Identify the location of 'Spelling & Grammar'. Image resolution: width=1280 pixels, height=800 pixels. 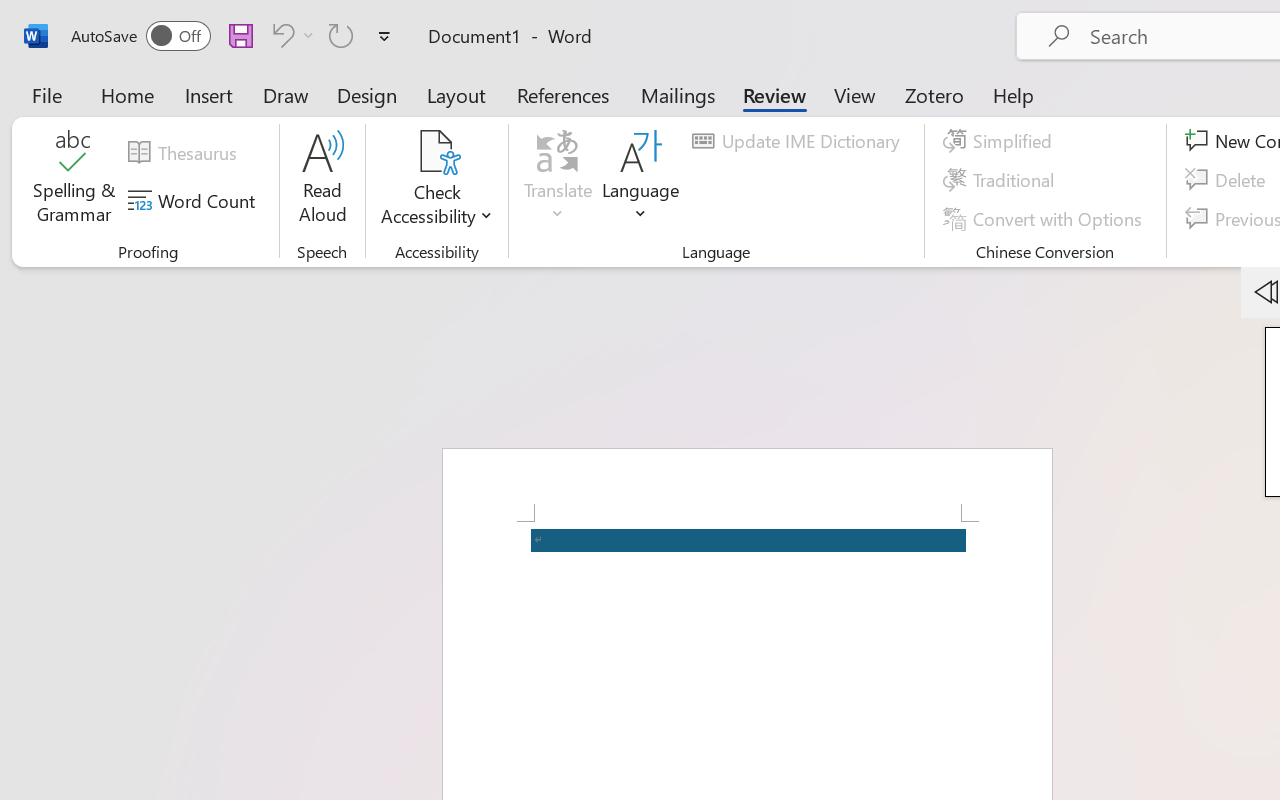
(74, 179).